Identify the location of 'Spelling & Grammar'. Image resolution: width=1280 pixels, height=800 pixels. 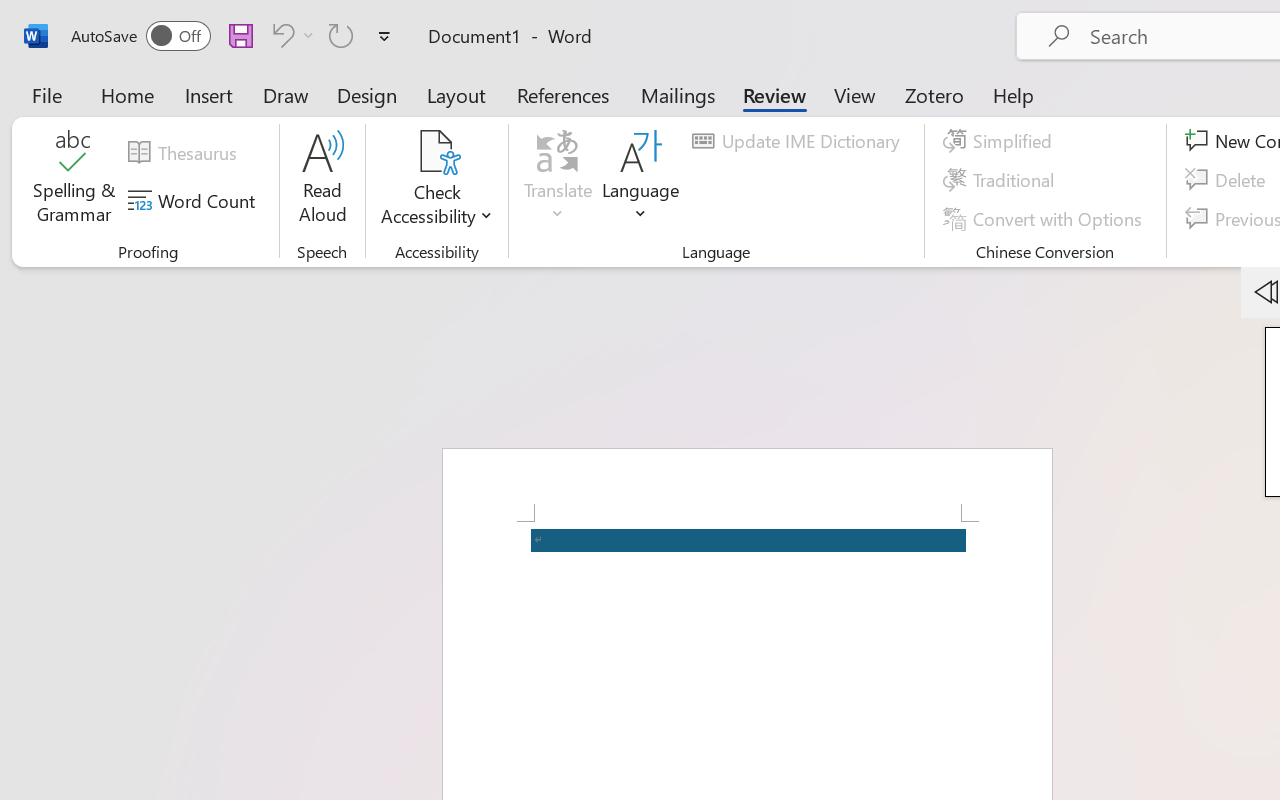
(74, 179).